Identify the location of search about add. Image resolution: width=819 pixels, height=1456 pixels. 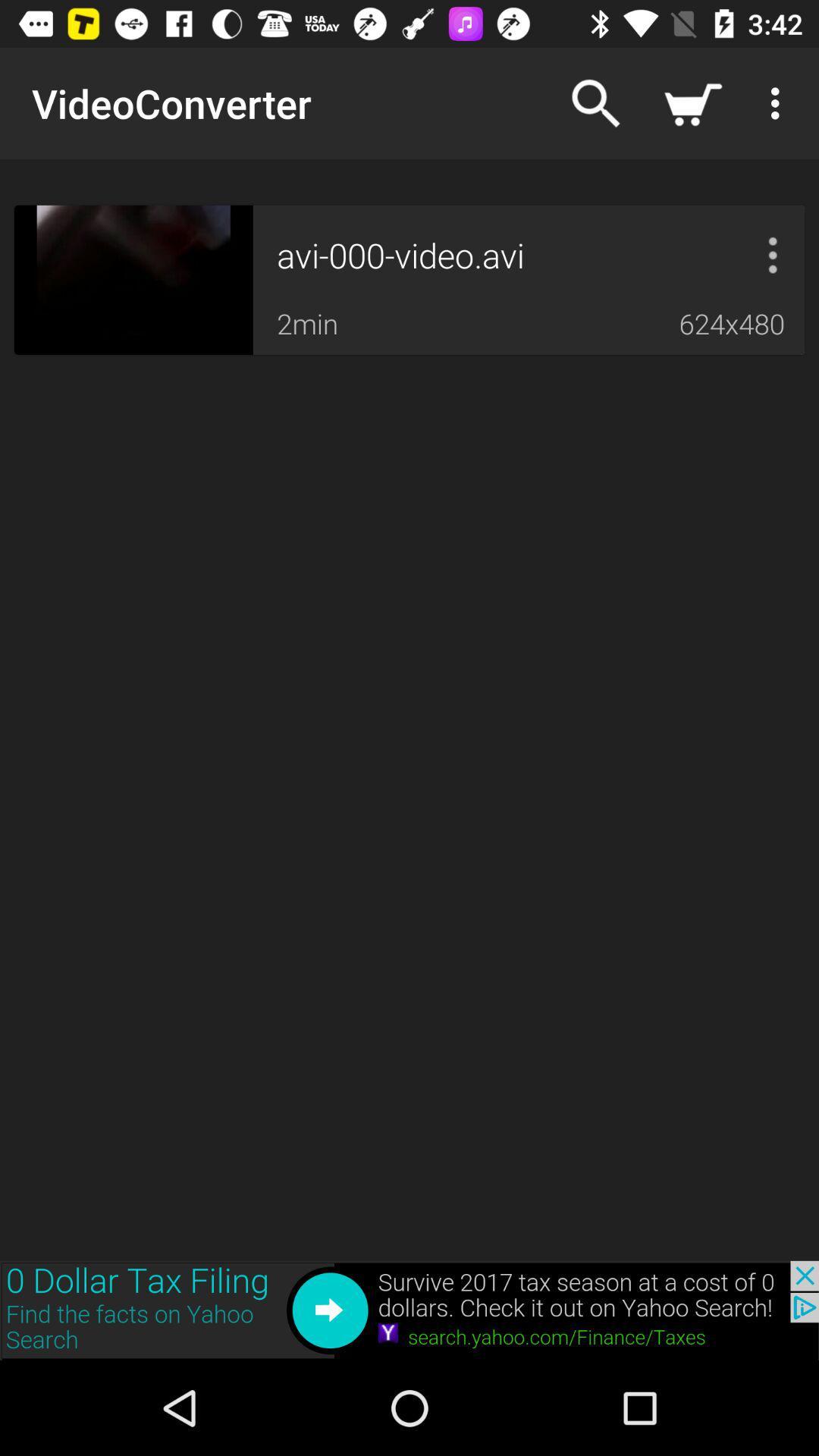
(409, 1310).